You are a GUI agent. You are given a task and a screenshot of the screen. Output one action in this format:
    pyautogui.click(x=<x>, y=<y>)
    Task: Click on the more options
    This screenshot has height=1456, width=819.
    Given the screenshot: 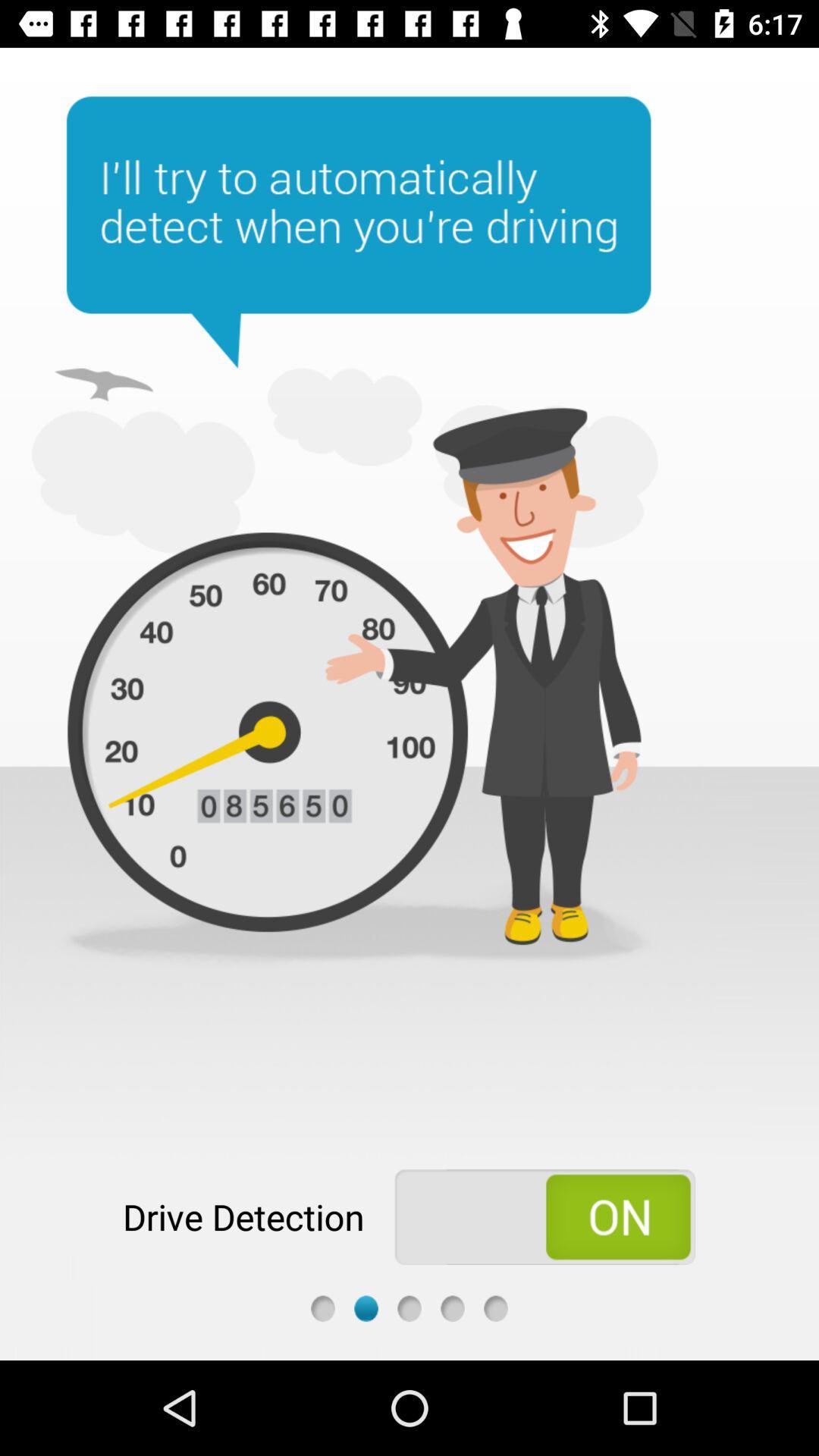 What is the action you would take?
    pyautogui.click(x=496, y=1307)
    